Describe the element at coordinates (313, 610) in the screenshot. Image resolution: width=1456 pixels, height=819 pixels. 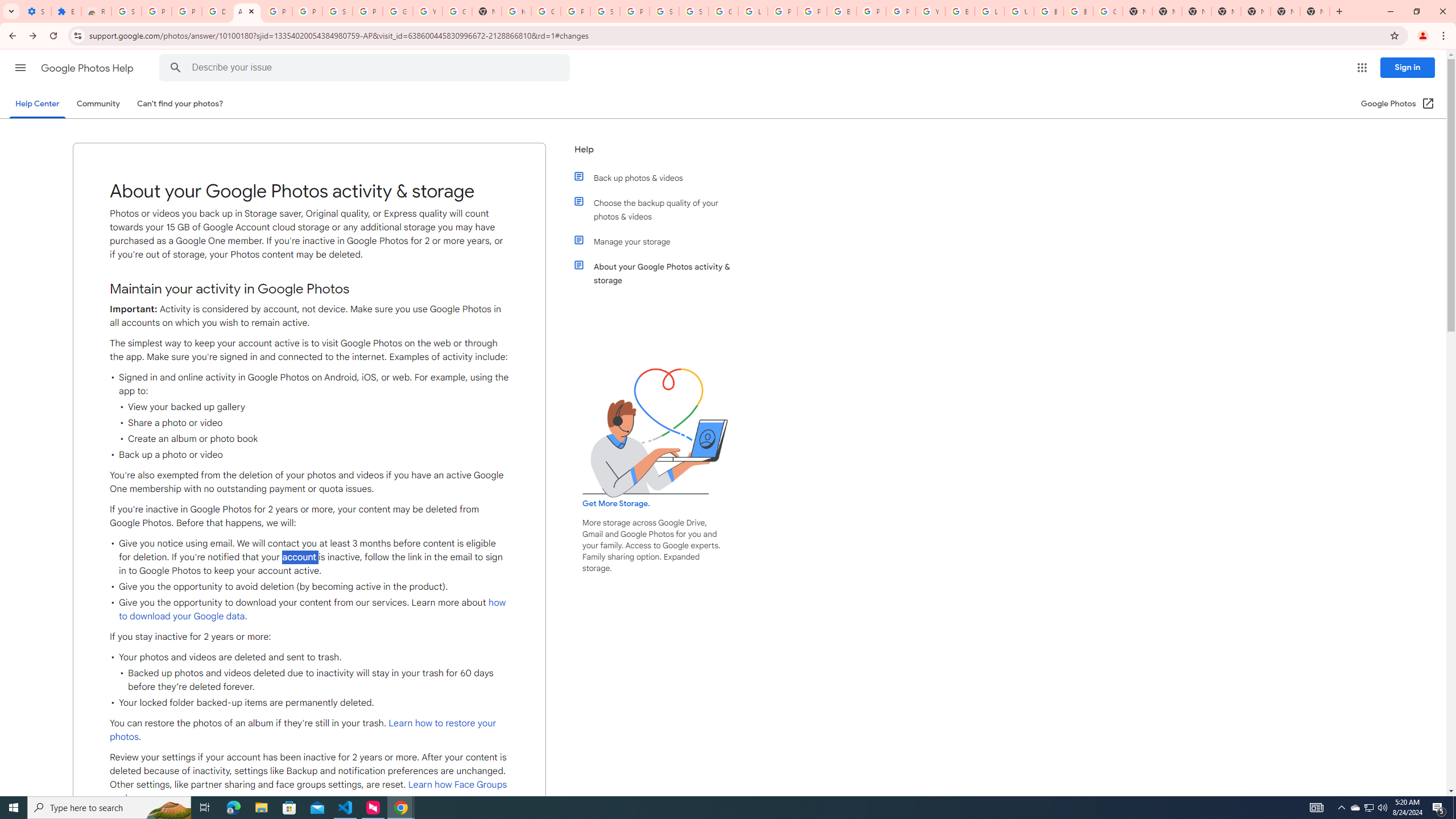
I see `'how to download your Google data'` at that location.